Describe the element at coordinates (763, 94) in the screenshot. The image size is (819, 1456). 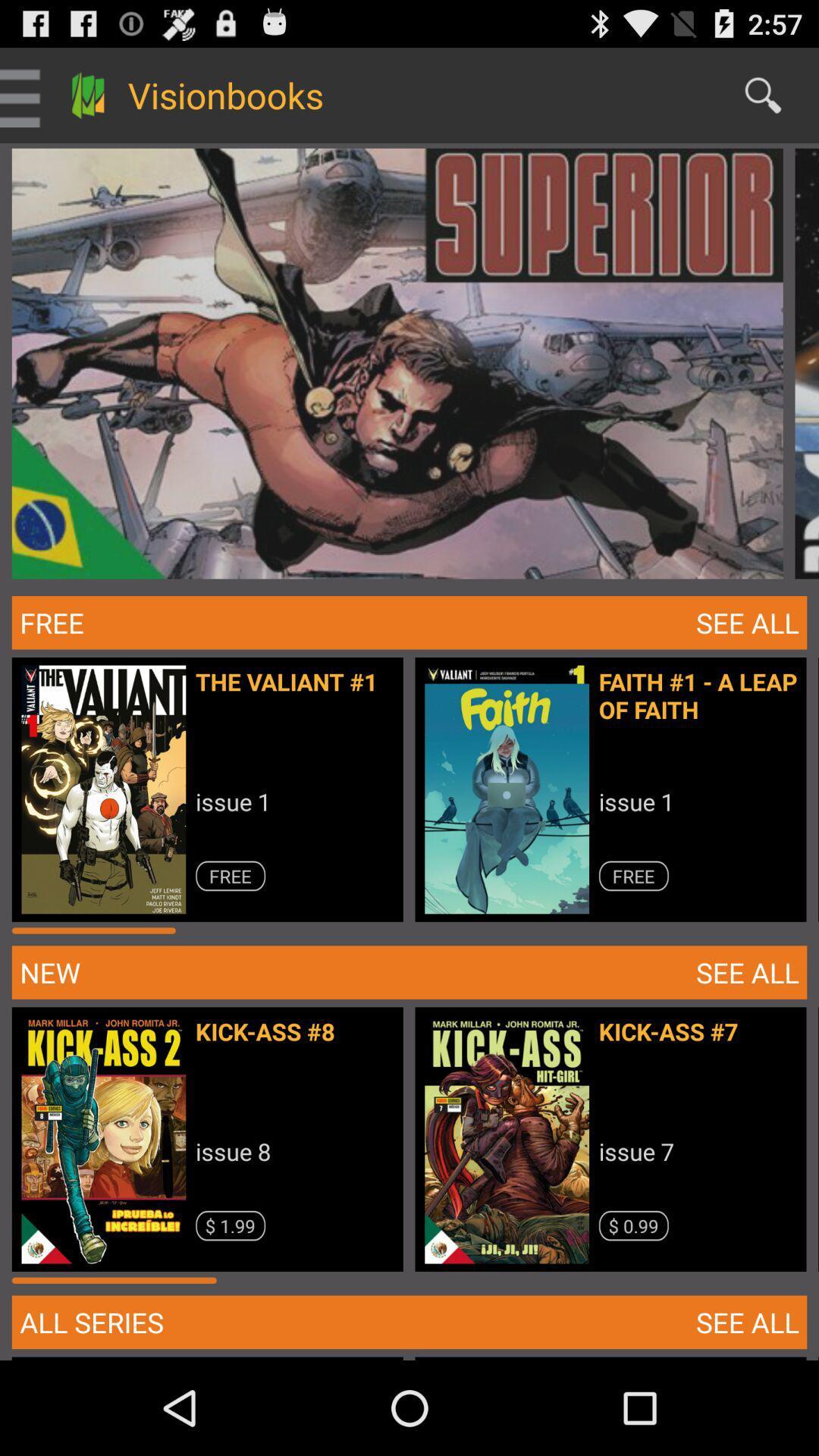
I see `item to the right of visionbooks item` at that location.